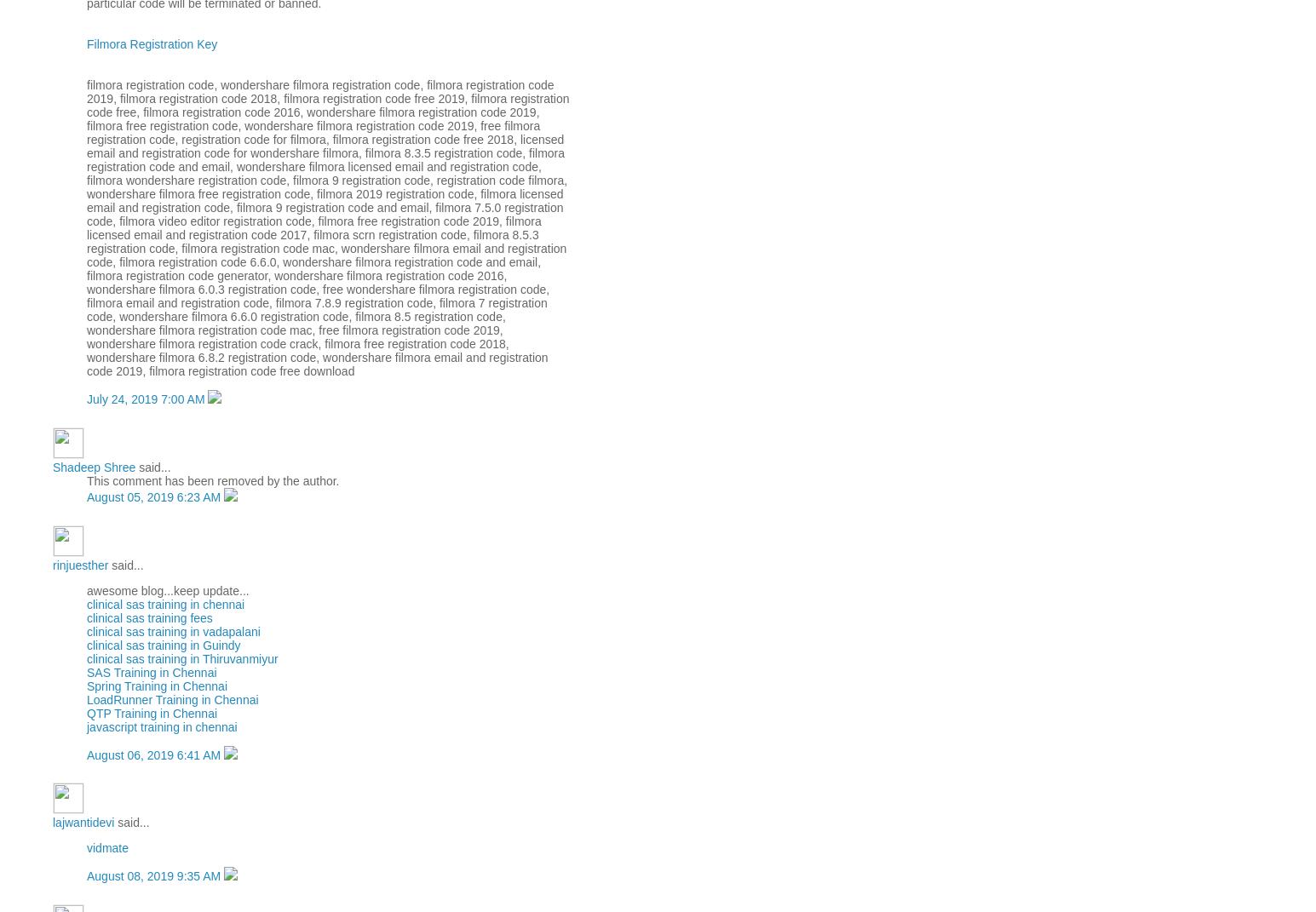 This screenshot has width=1316, height=912. I want to click on 'August 08, 2019 9:35 AM', so click(155, 876).